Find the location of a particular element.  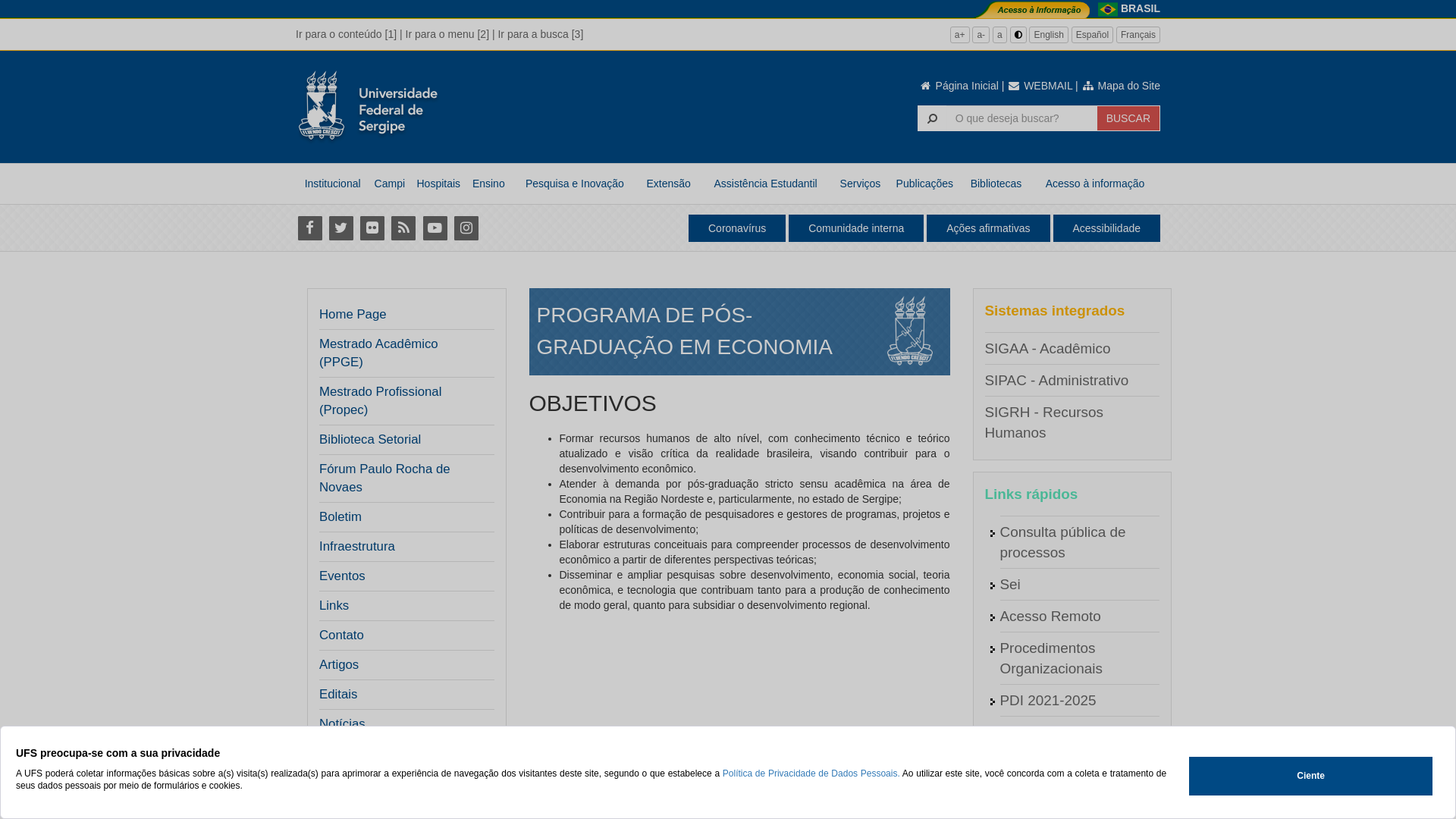

'a+' is located at coordinates (959, 34).